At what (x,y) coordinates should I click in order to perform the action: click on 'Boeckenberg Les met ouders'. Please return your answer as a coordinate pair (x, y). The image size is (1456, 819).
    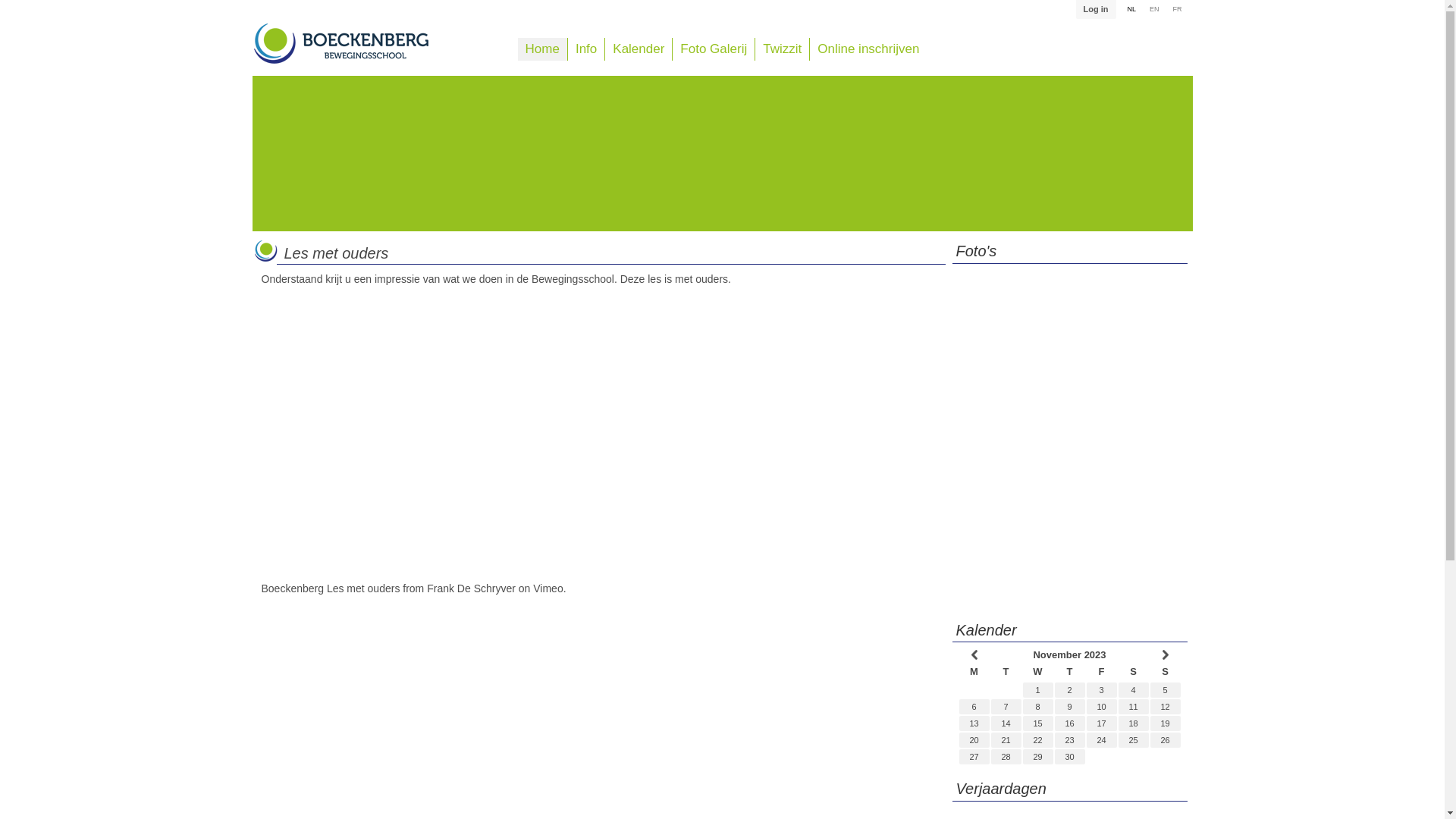
    Looking at the image, I should click on (329, 587).